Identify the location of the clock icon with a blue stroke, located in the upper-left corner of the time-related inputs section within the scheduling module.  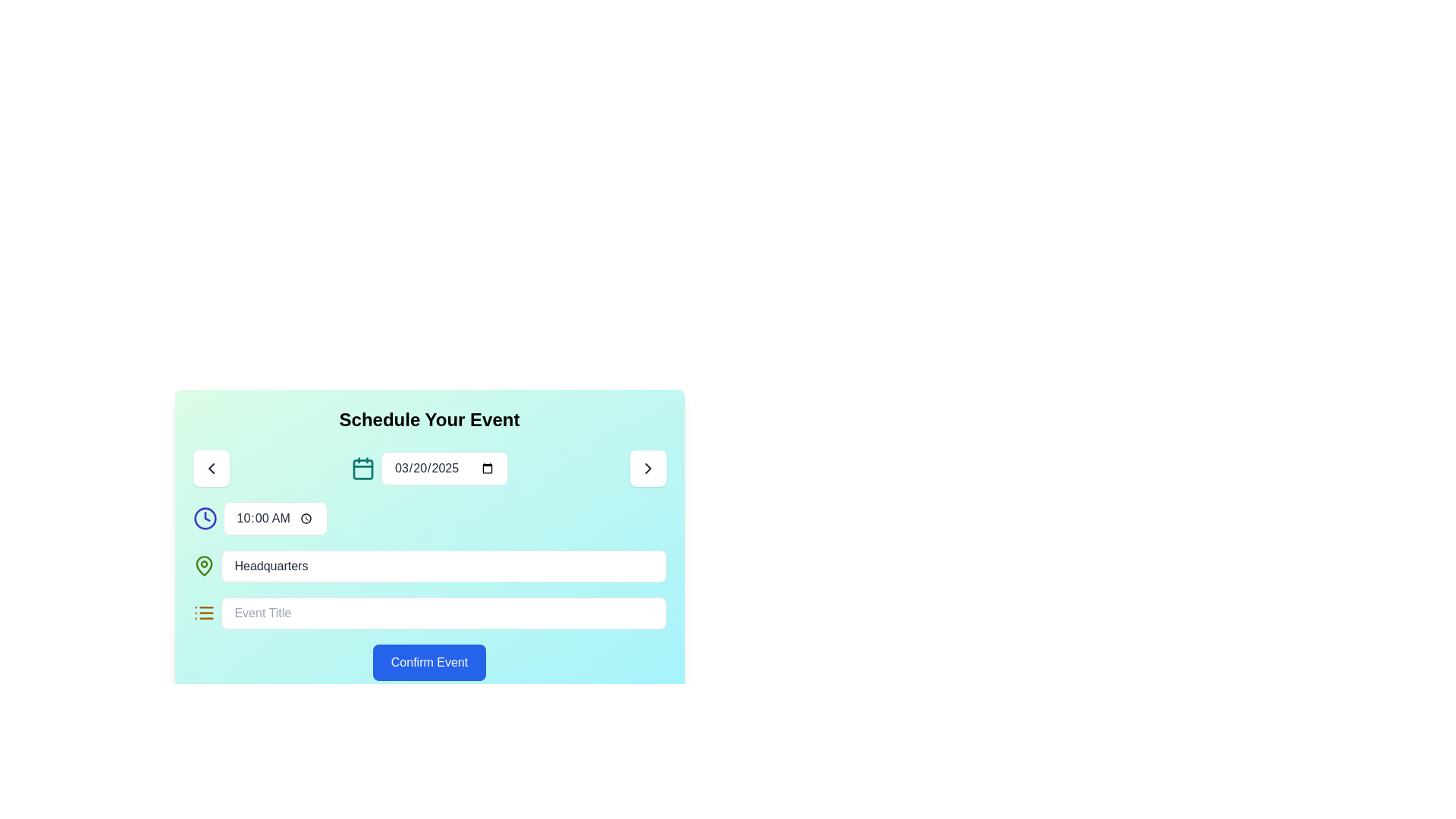
(204, 517).